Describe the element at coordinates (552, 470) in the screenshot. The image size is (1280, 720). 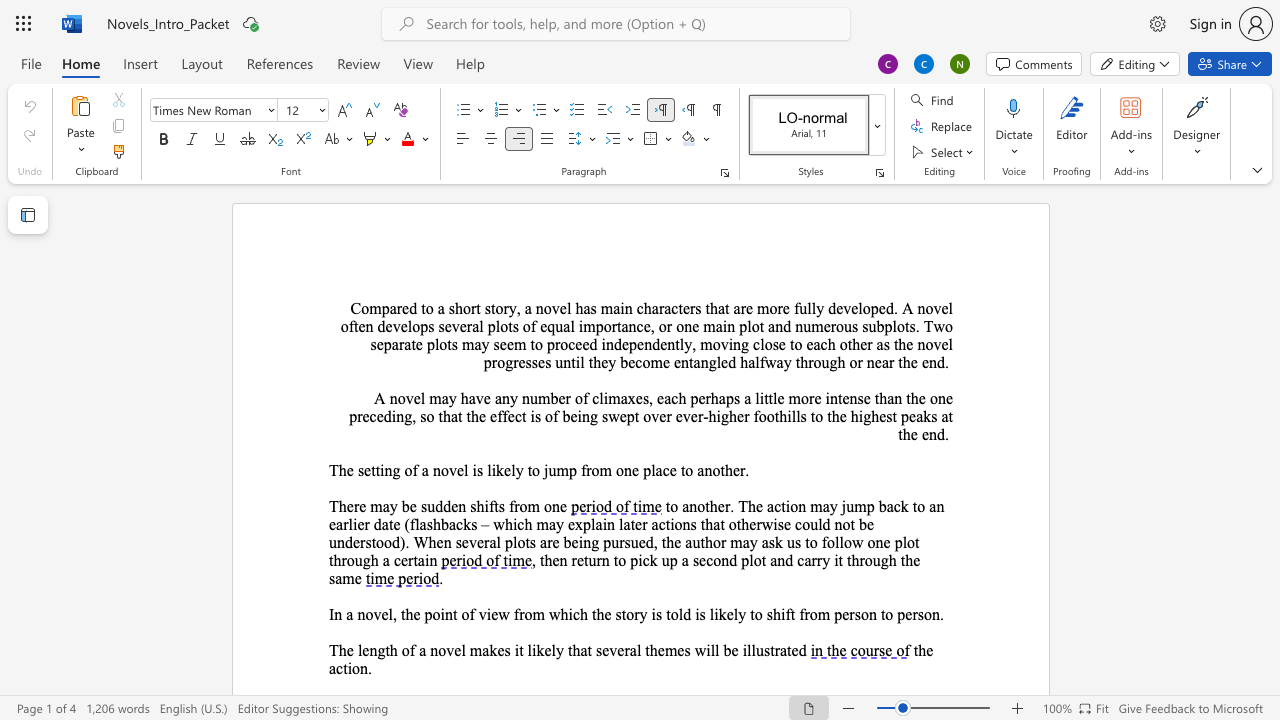
I see `the 1th character "u" in the text` at that location.